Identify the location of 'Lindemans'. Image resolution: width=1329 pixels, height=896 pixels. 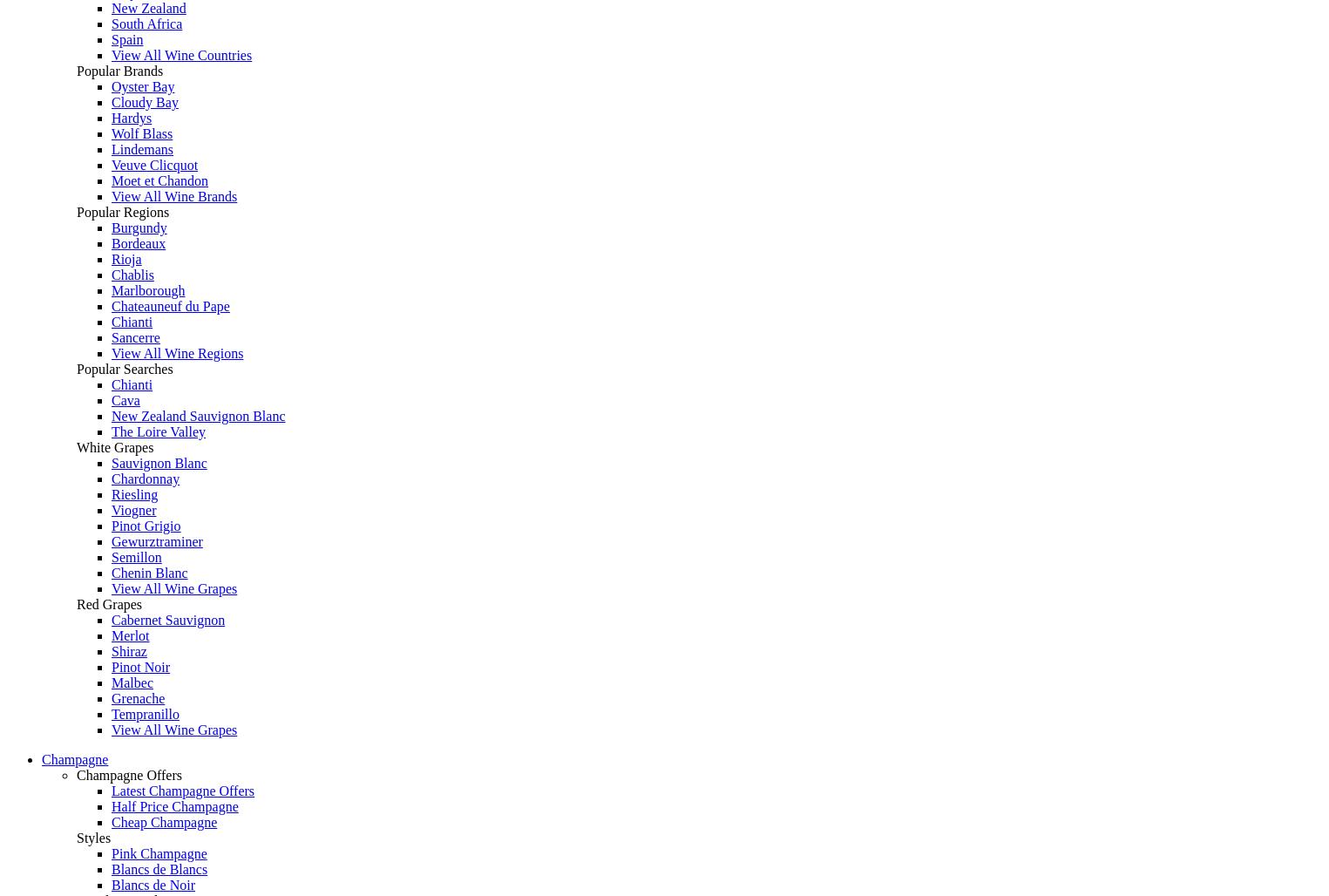
(141, 149).